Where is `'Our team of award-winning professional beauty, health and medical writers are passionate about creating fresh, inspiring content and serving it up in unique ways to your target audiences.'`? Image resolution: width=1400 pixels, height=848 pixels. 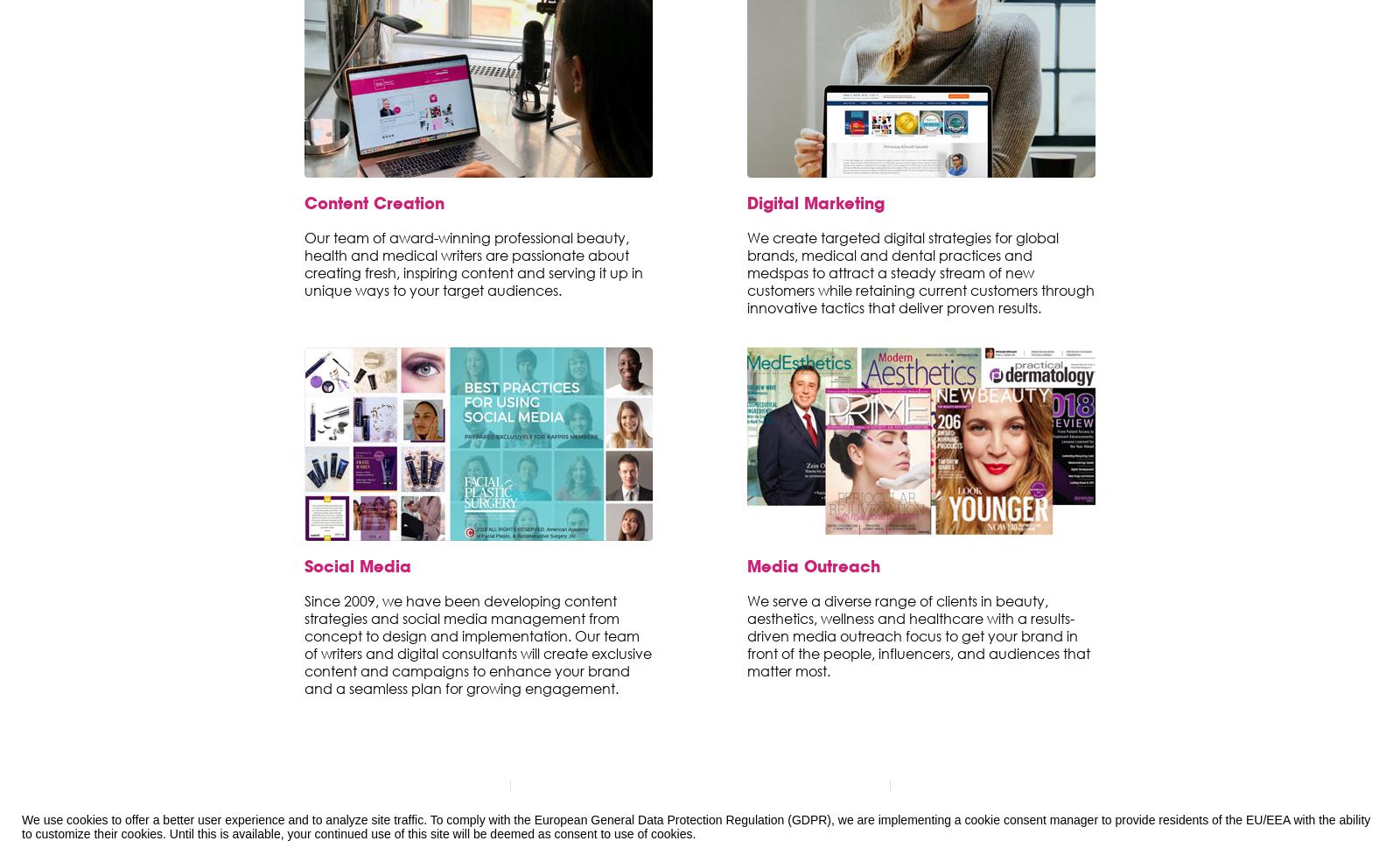
'Our team of award-winning professional beauty, health and medical writers are passionate about creating fresh, inspiring content and serving it up in unique ways to your target audiences.' is located at coordinates (472, 263).